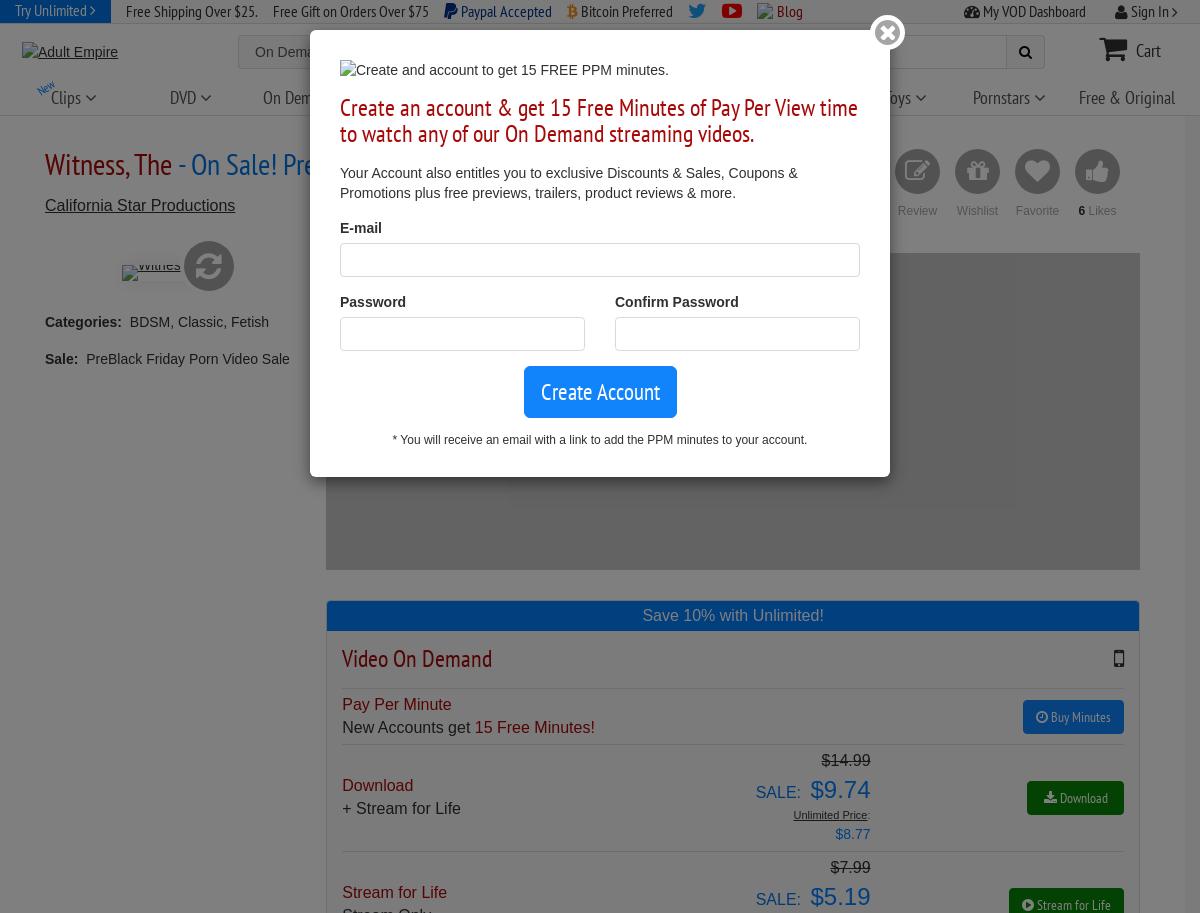 This screenshot has width=1200, height=913. What do you see at coordinates (396, 703) in the screenshot?
I see `'Pay Per Minute'` at bounding box center [396, 703].